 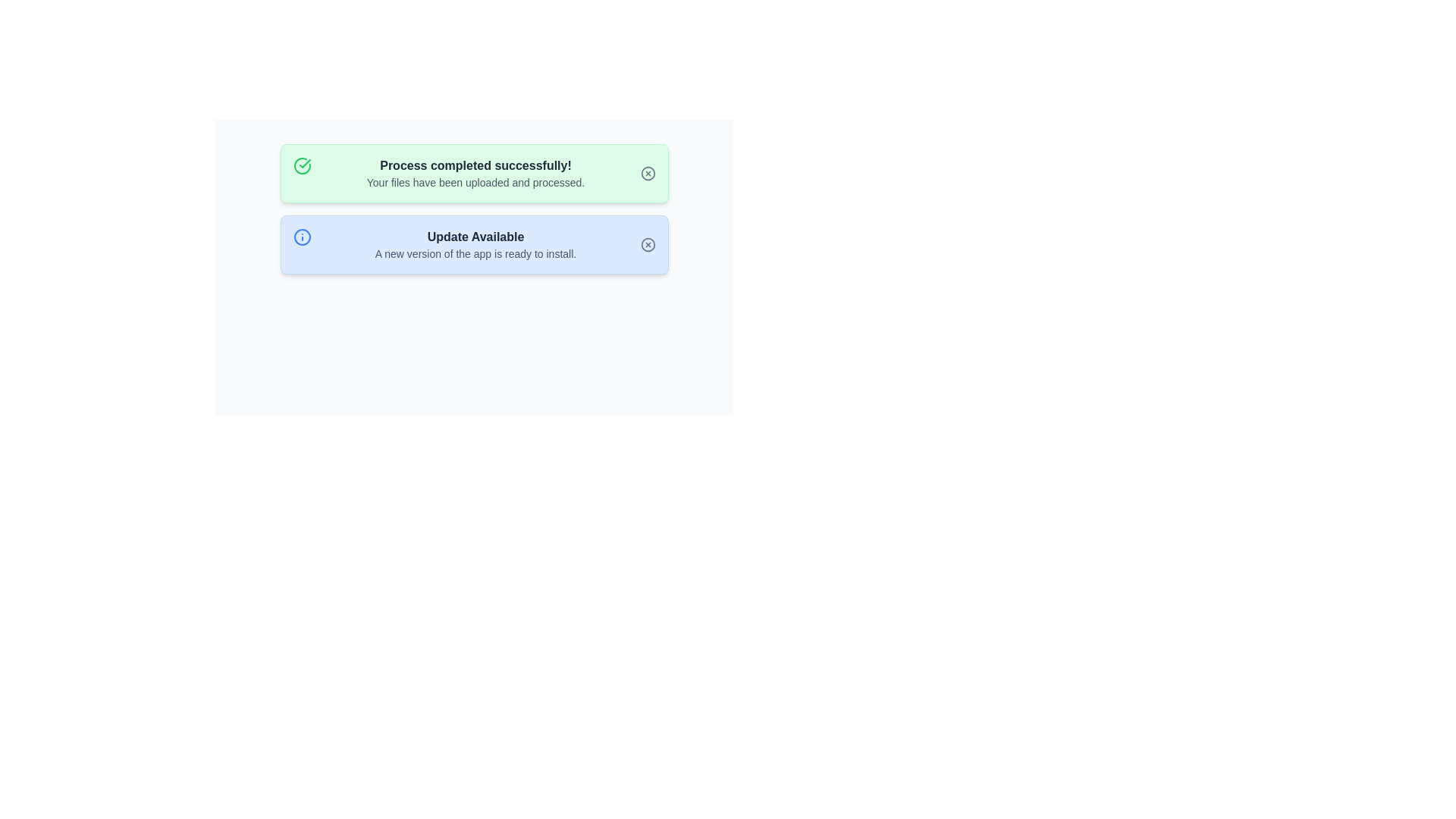 What do you see at coordinates (475, 253) in the screenshot?
I see `the static text that informs the user about the availability of a new app version for installation, located below the heading 'Update Available'` at bounding box center [475, 253].